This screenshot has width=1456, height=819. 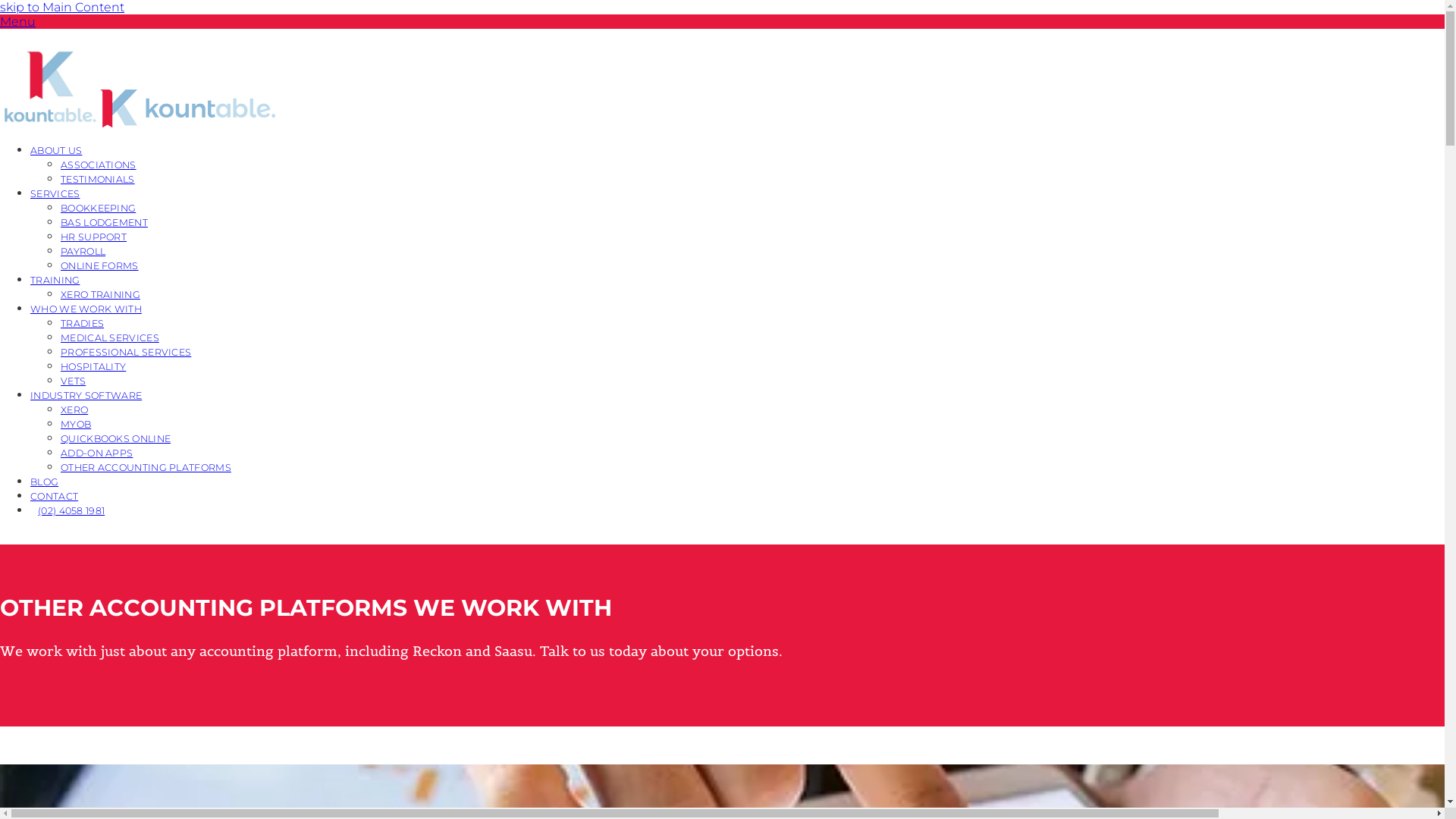 I want to click on 'XERO TRAINING', so click(x=99, y=293).